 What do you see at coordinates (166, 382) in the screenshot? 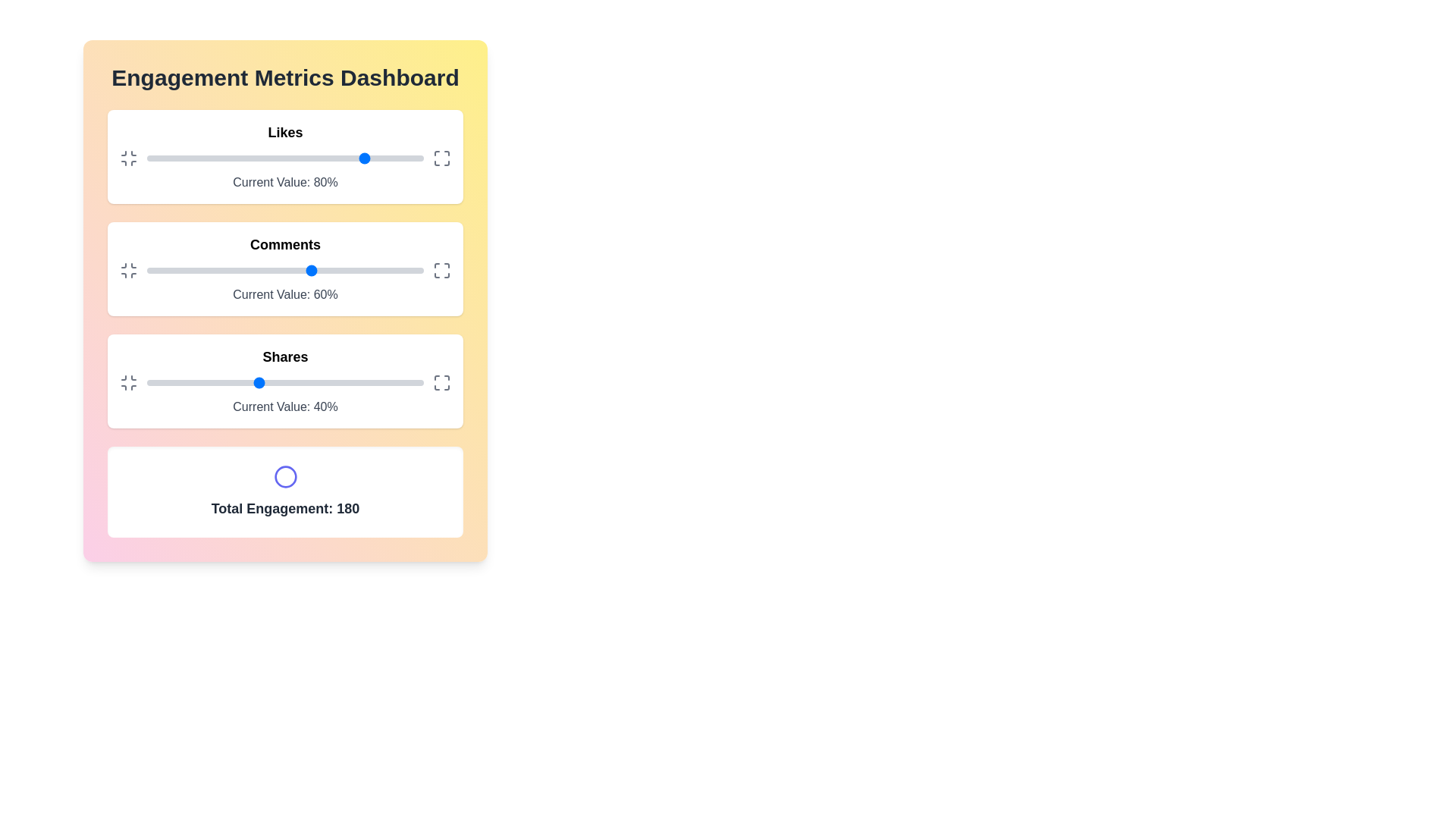
I see `the 'Shares' slider` at bounding box center [166, 382].